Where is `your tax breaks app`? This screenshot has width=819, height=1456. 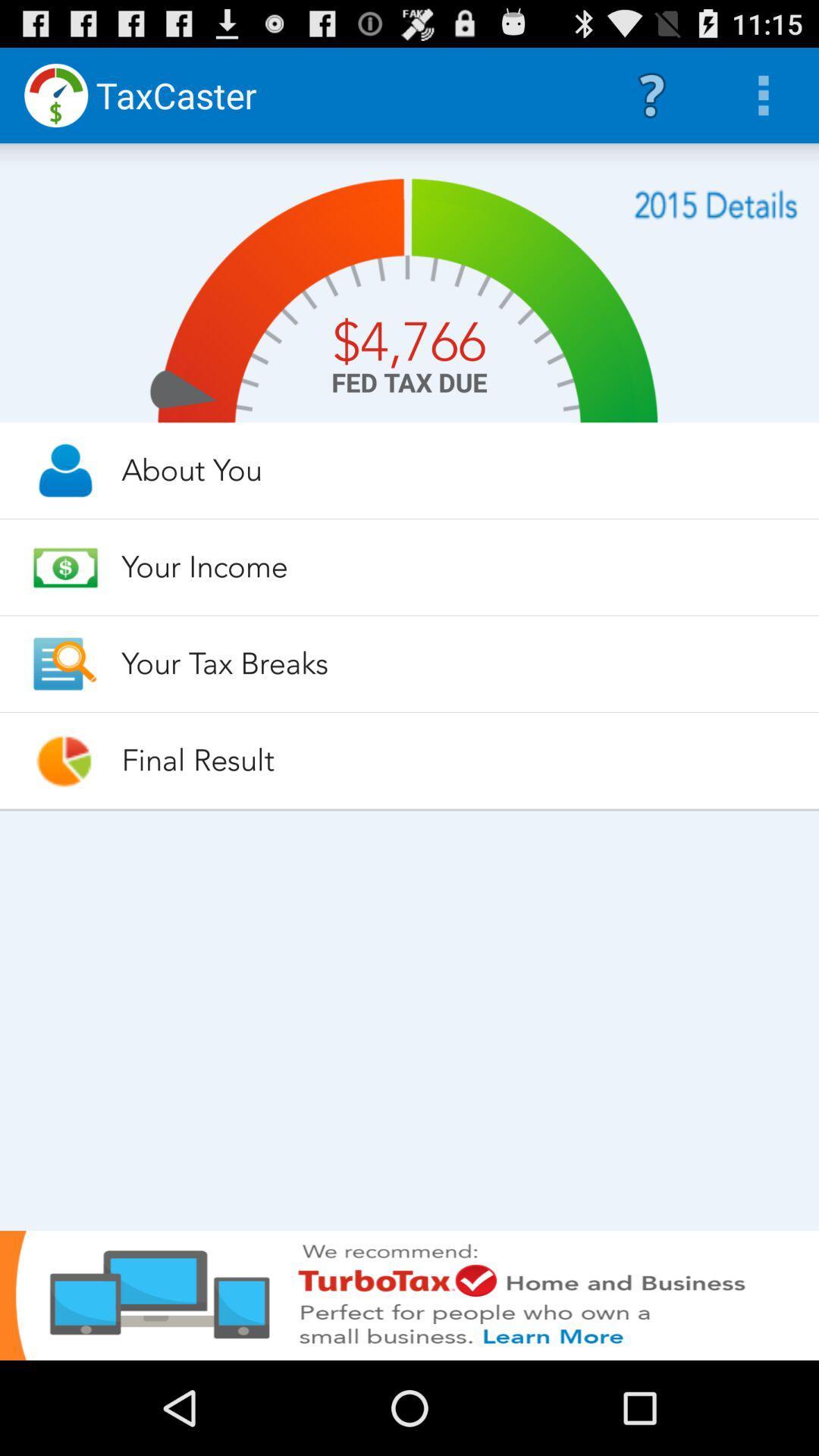
your tax breaks app is located at coordinates (456, 664).